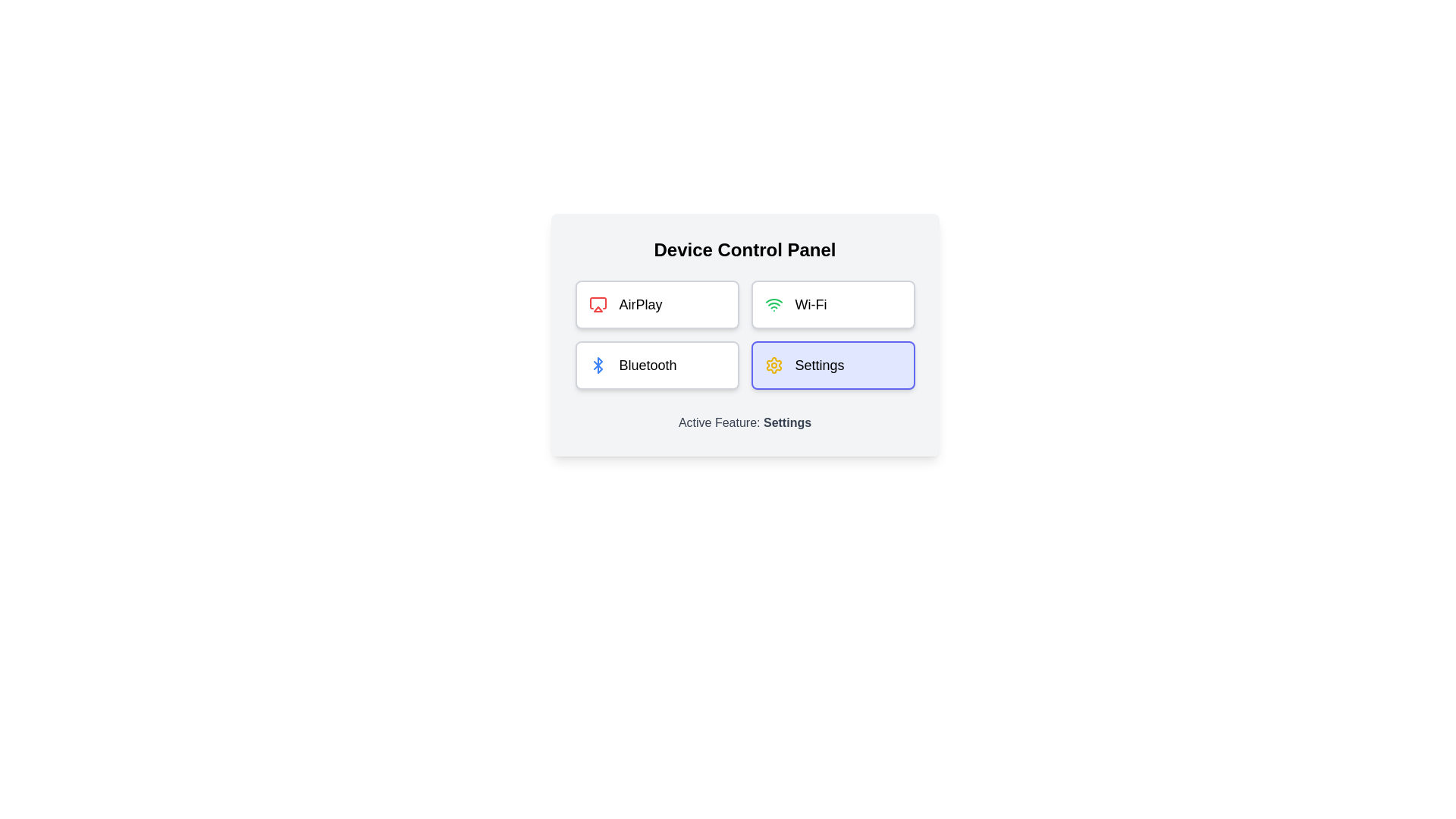 This screenshot has height=819, width=1456. I want to click on the feature button Settings to view its hover effect, so click(832, 366).